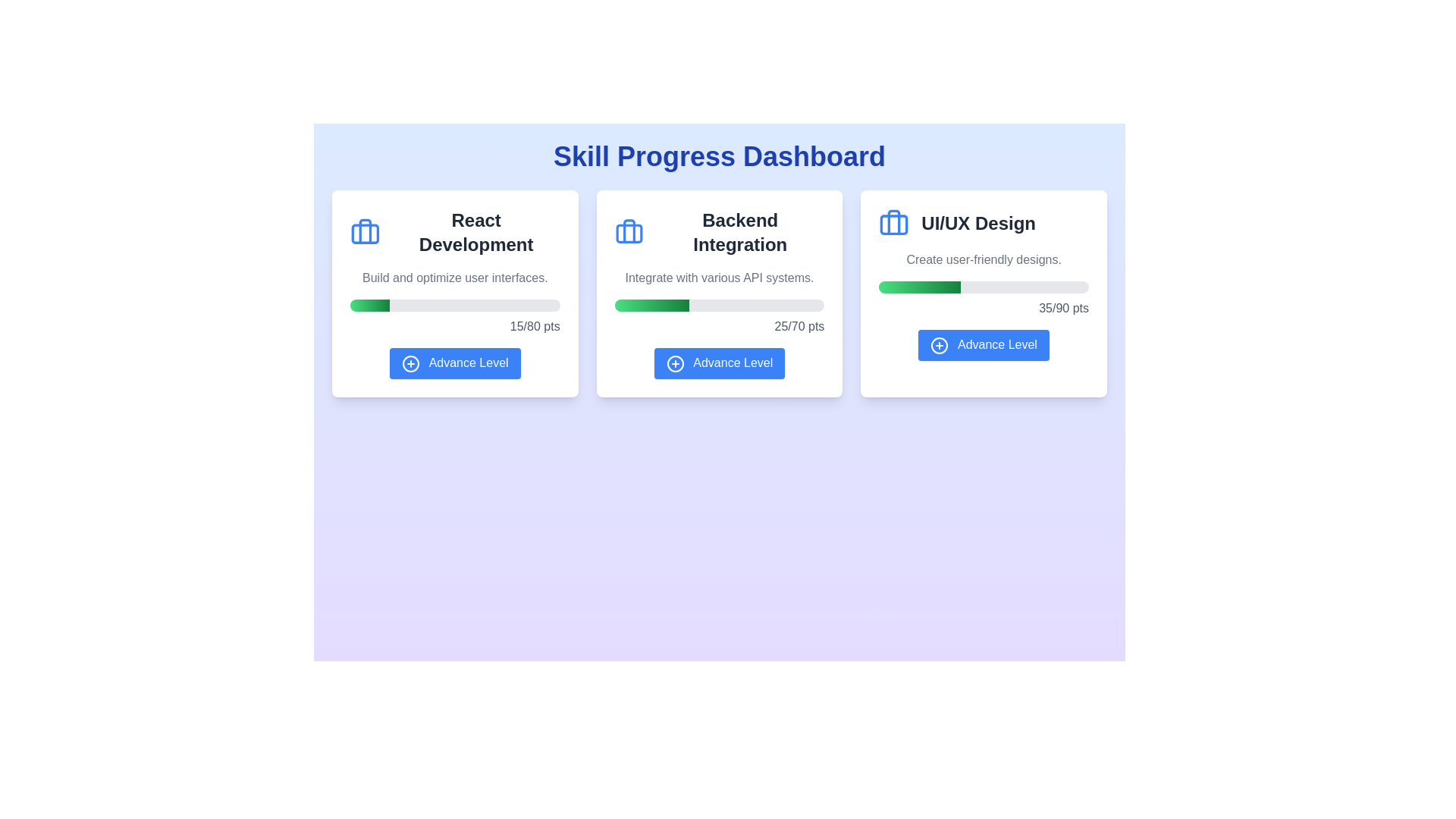  What do you see at coordinates (719, 278) in the screenshot?
I see `the static text element that reads 'Integrate with various API systems.' located in the middle card under the 'Backend Integration' header` at bounding box center [719, 278].